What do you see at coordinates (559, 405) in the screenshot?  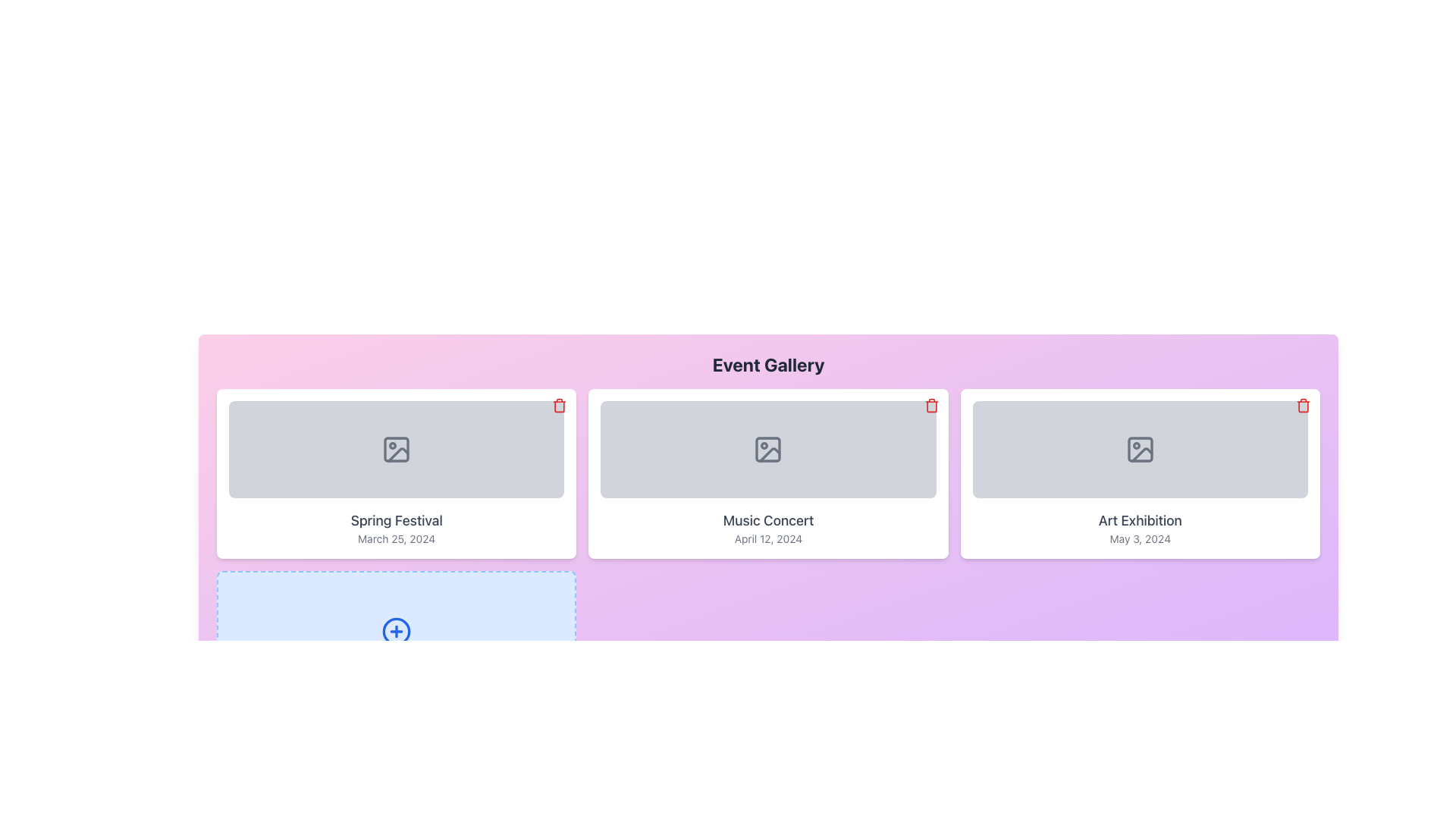 I see `the icon button at the top-right corner of the first event card to change its color, which allows users to delete or remove the associated event card` at bounding box center [559, 405].